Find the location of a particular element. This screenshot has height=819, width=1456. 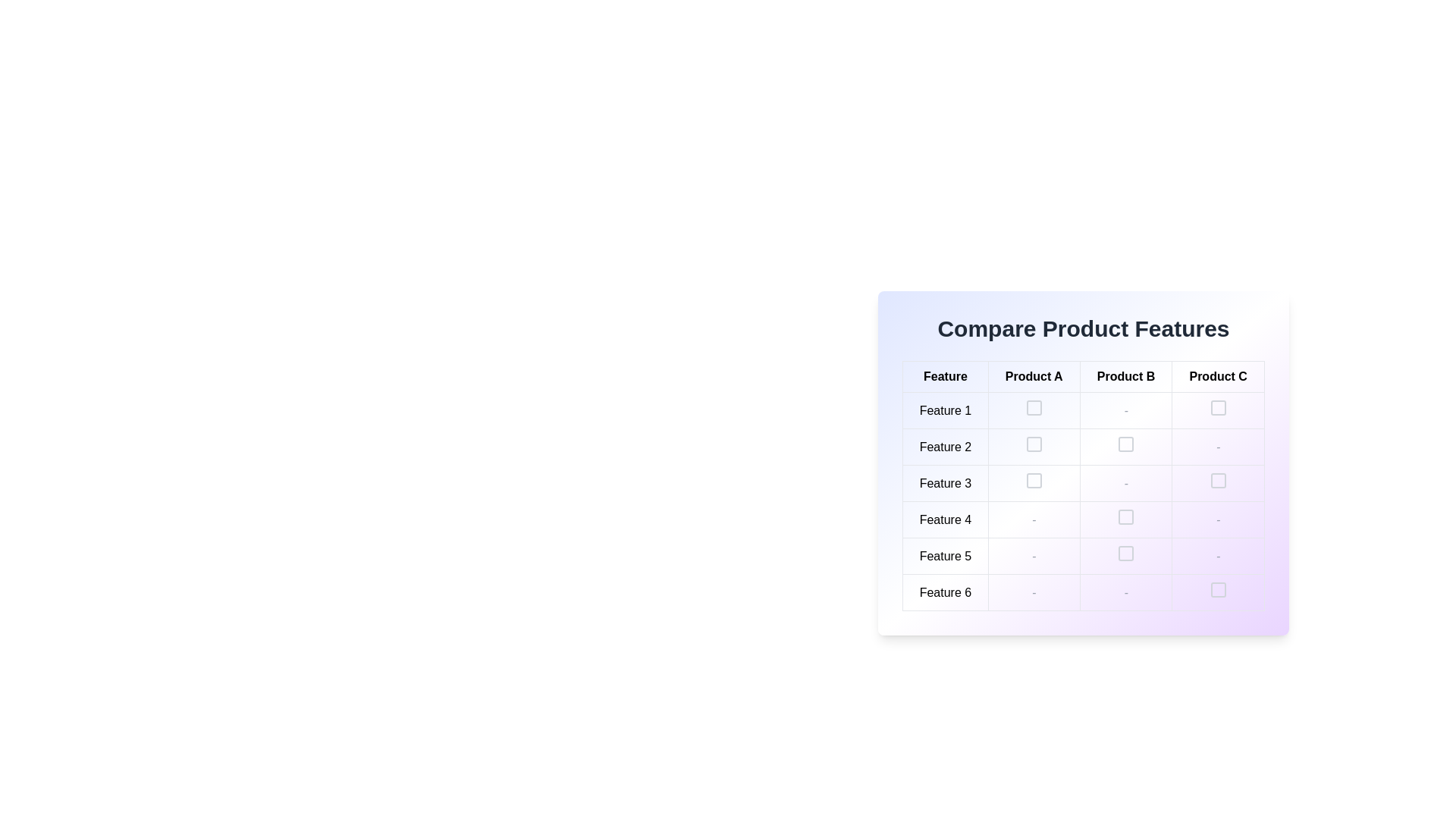

the visual indicator in the second row, third column of the product comparison table is located at coordinates (1083, 446).